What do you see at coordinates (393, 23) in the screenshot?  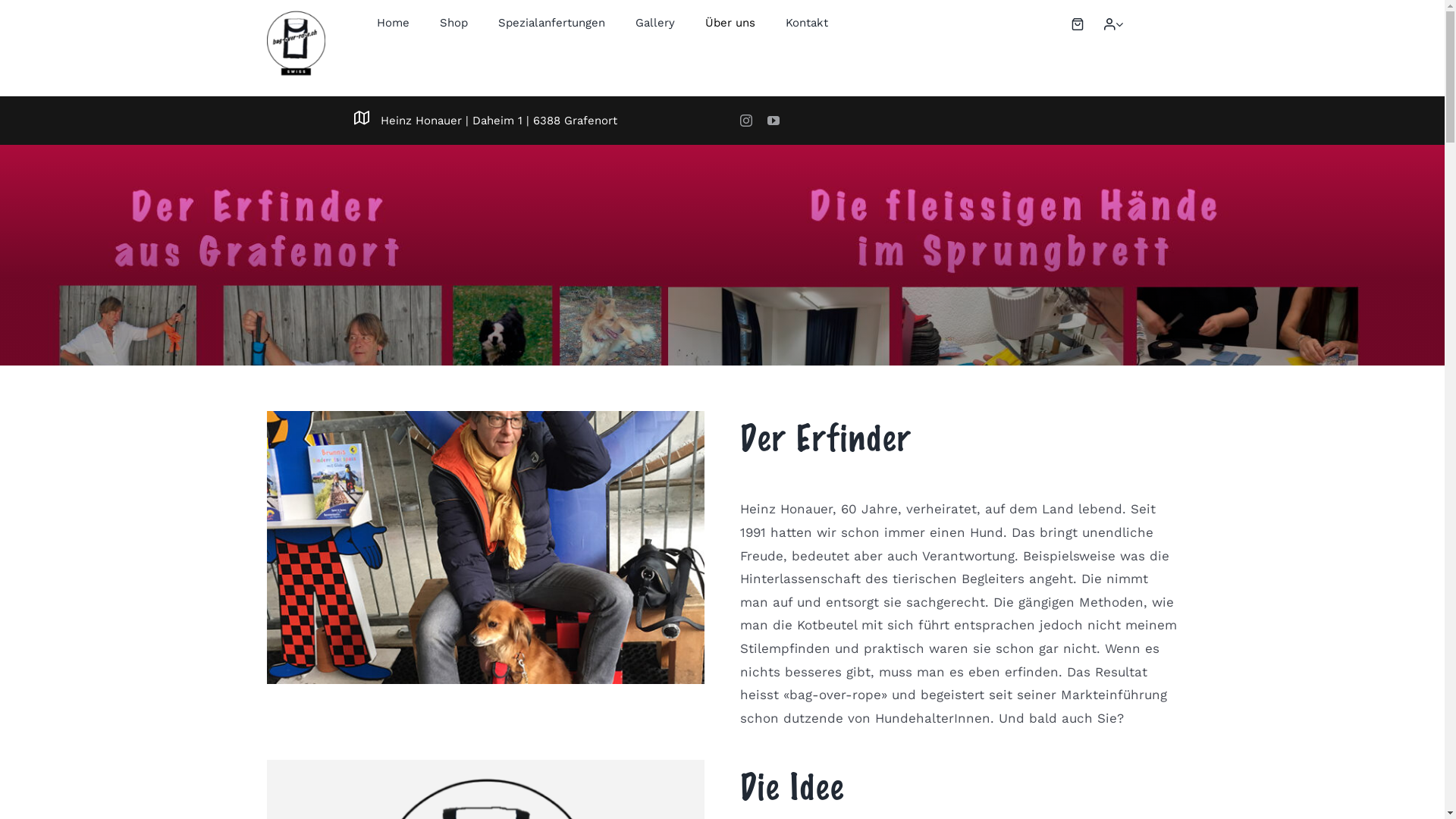 I see `'Home'` at bounding box center [393, 23].